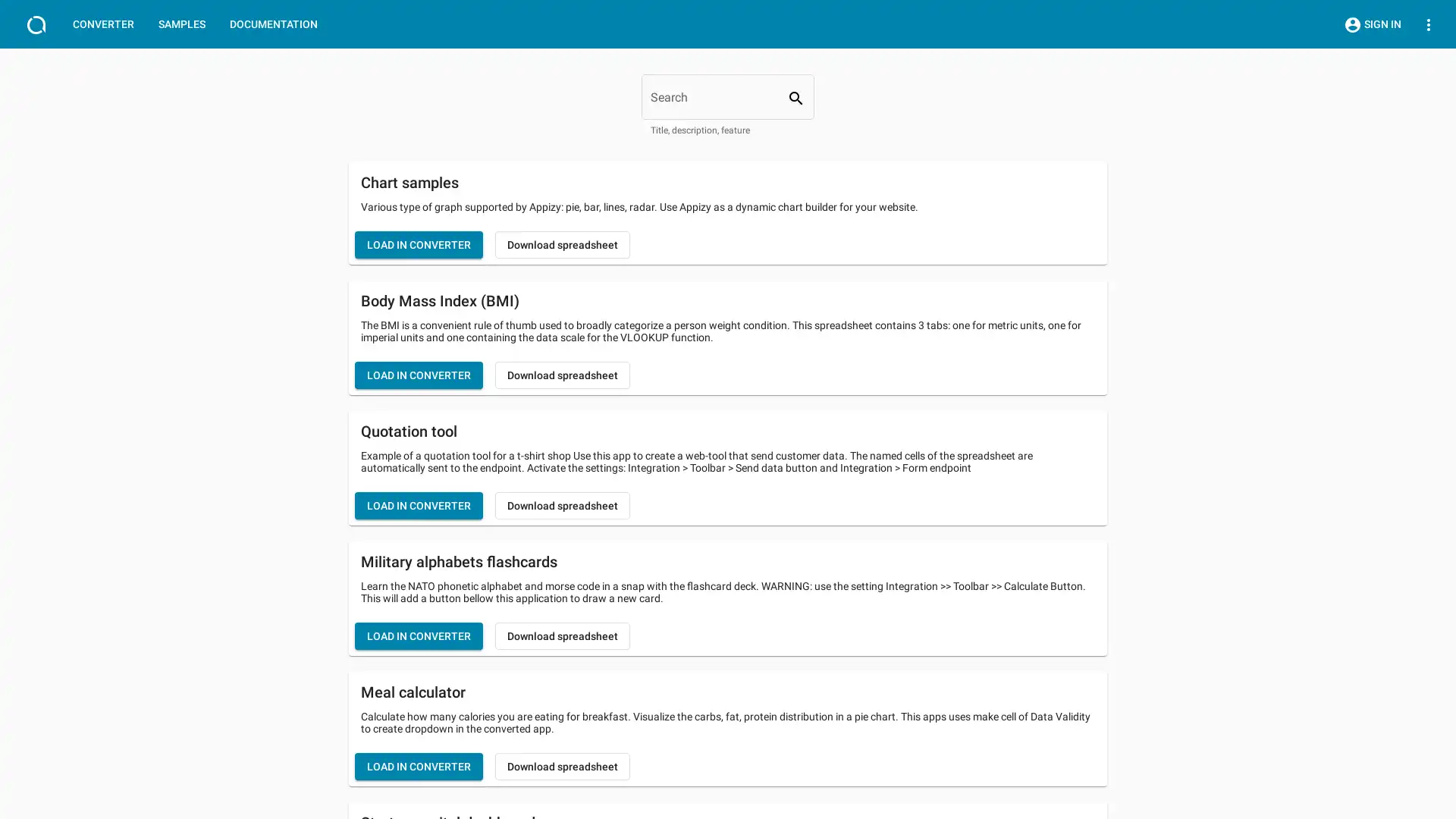  What do you see at coordinates (419, 506) in the screenshot?
I see `LOAD IN CONVERTER` at bounding box center [419, 506].